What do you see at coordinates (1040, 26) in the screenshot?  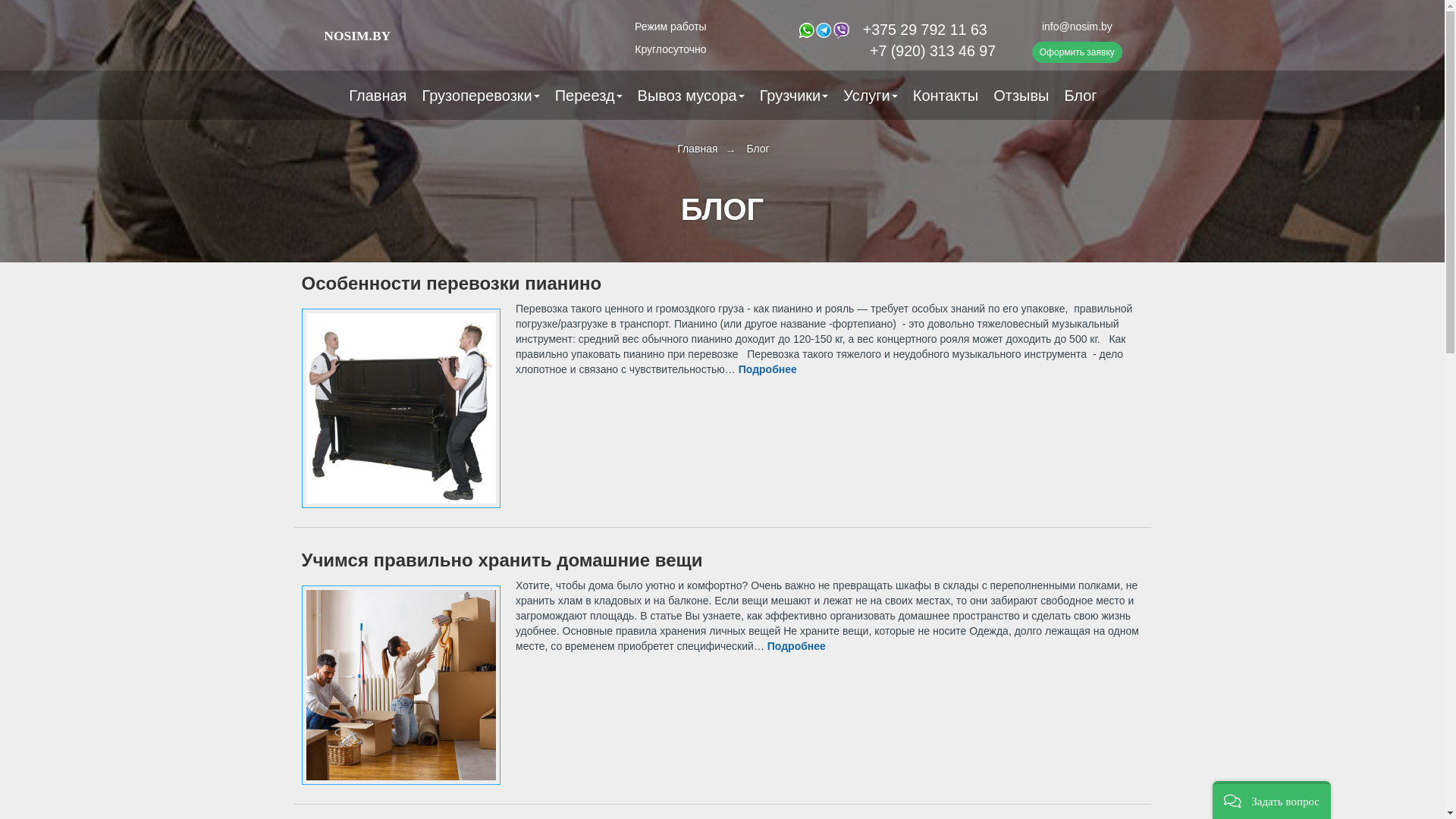 I see `'info@nosim.by'` at bounding box center [1040, 26].